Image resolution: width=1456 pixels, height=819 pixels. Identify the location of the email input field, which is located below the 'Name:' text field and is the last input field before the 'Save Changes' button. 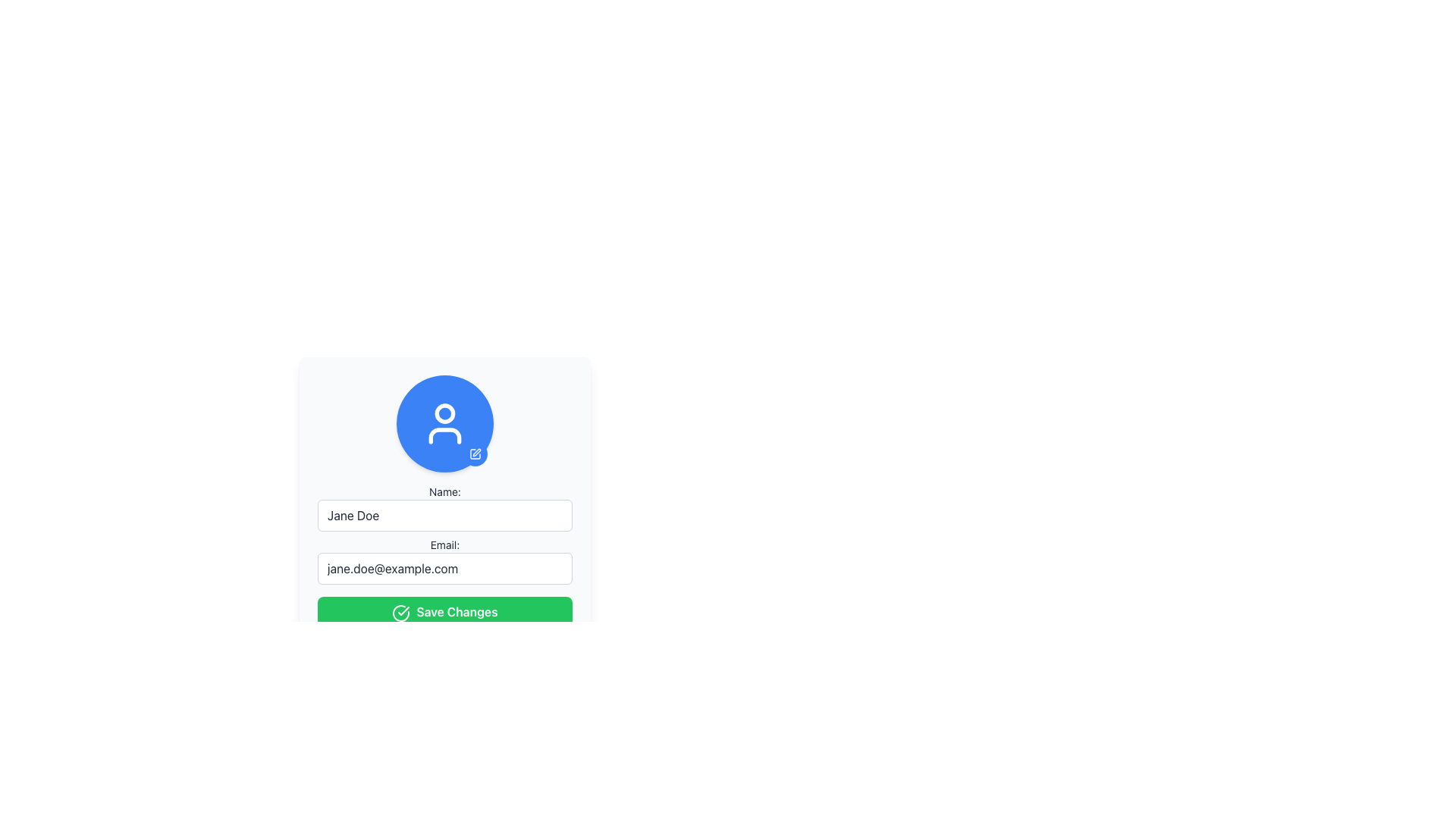
(444, 561).